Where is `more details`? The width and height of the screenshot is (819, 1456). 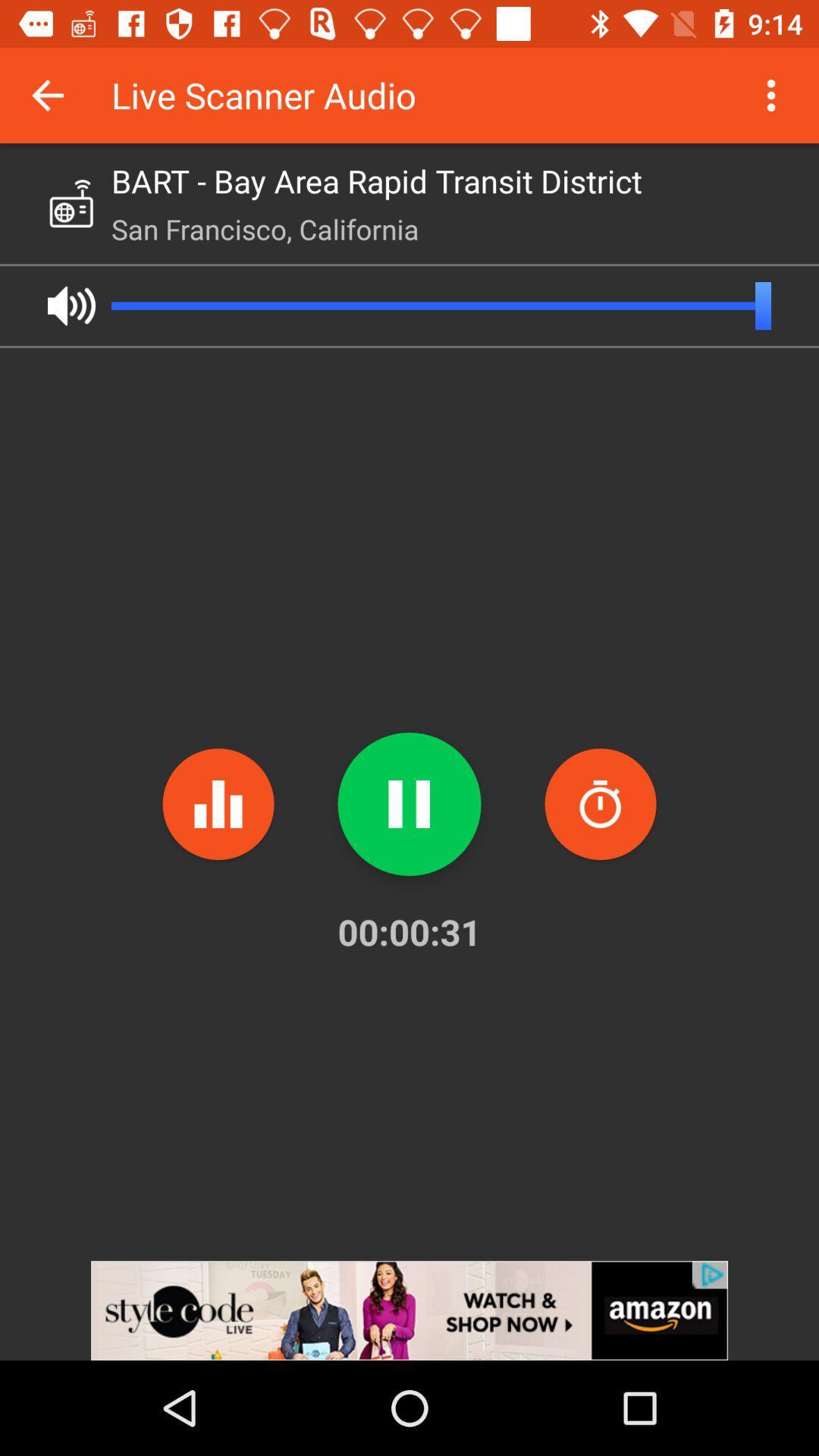 more details is located at coordinates (771, 94).